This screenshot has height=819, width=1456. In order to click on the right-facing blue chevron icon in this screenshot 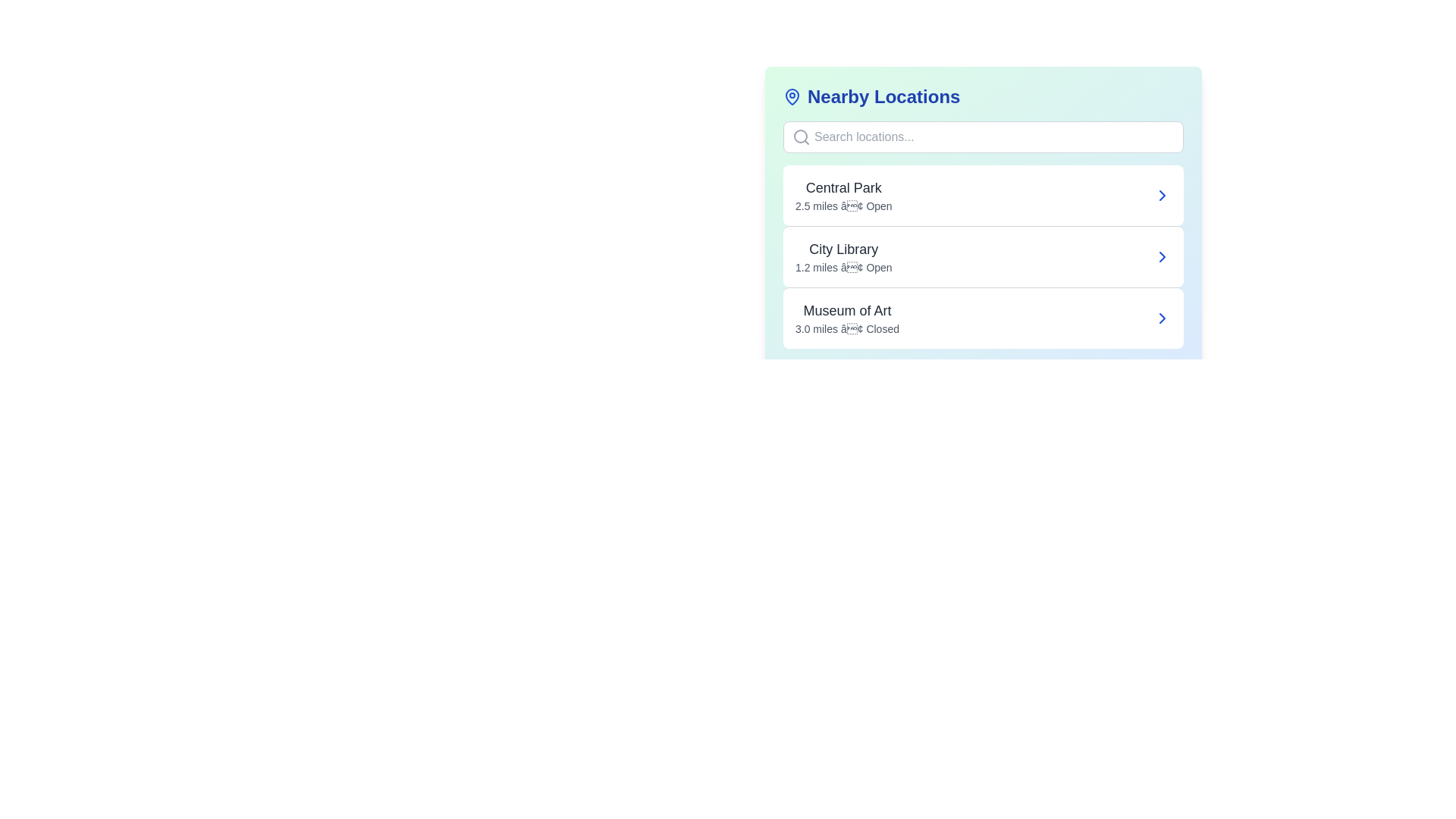, I will do `click(1161, 318)`.